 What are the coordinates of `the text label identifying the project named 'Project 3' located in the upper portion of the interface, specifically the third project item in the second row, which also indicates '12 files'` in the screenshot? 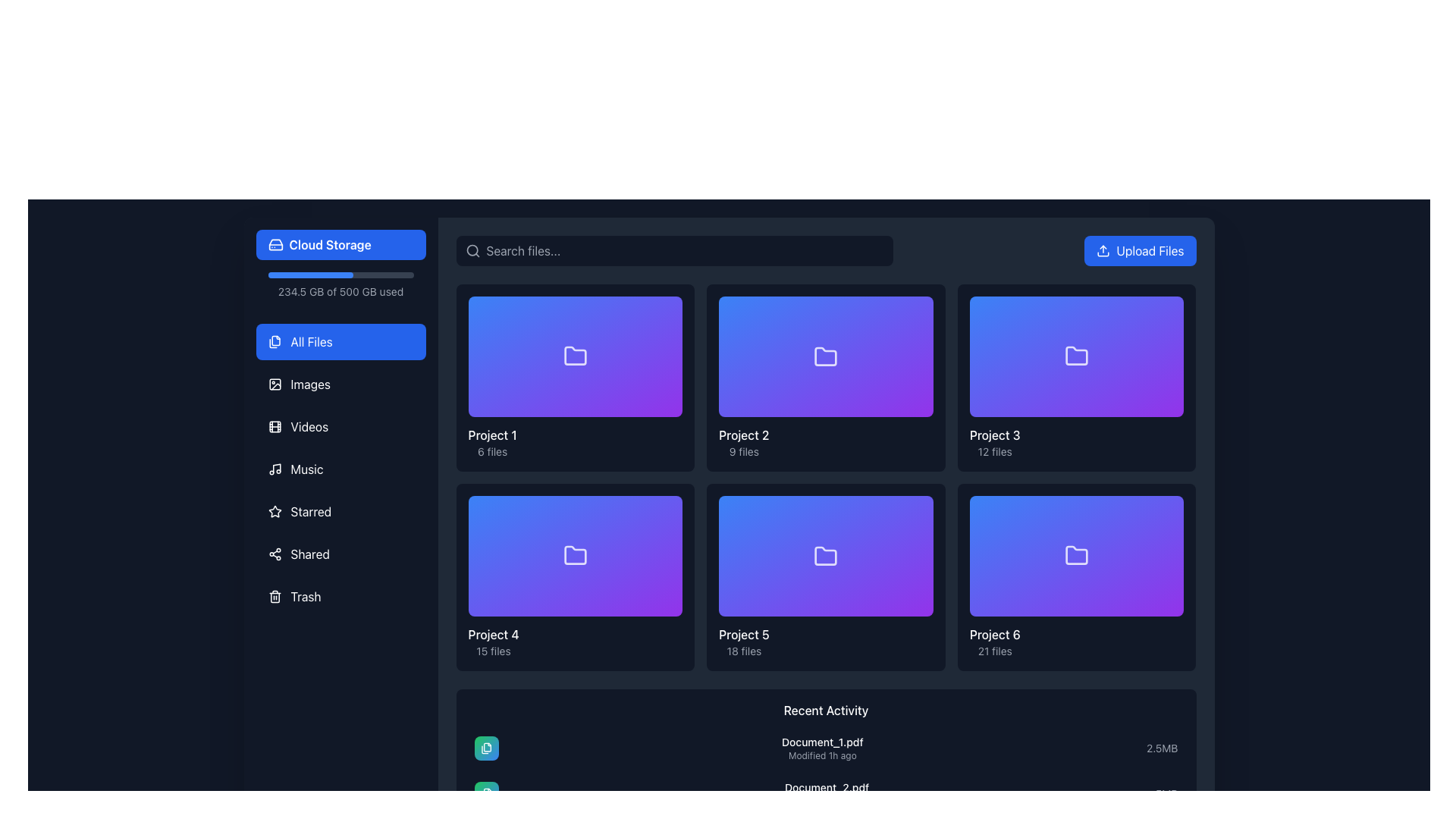 It's located at (995, 435).